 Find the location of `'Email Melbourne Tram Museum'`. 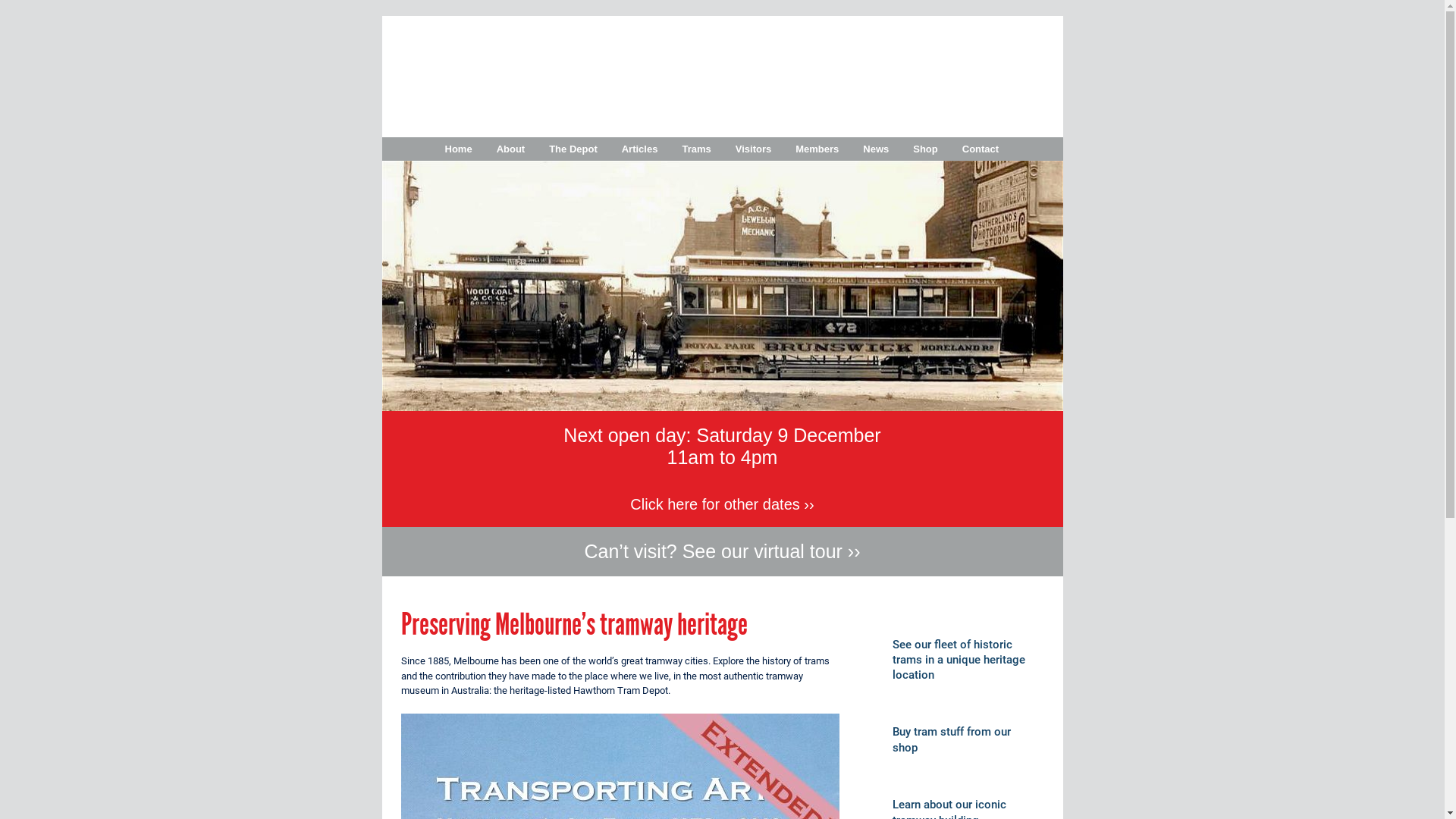

'Email Melbourne Tram Museum' is located at coordinates (1433, 222).